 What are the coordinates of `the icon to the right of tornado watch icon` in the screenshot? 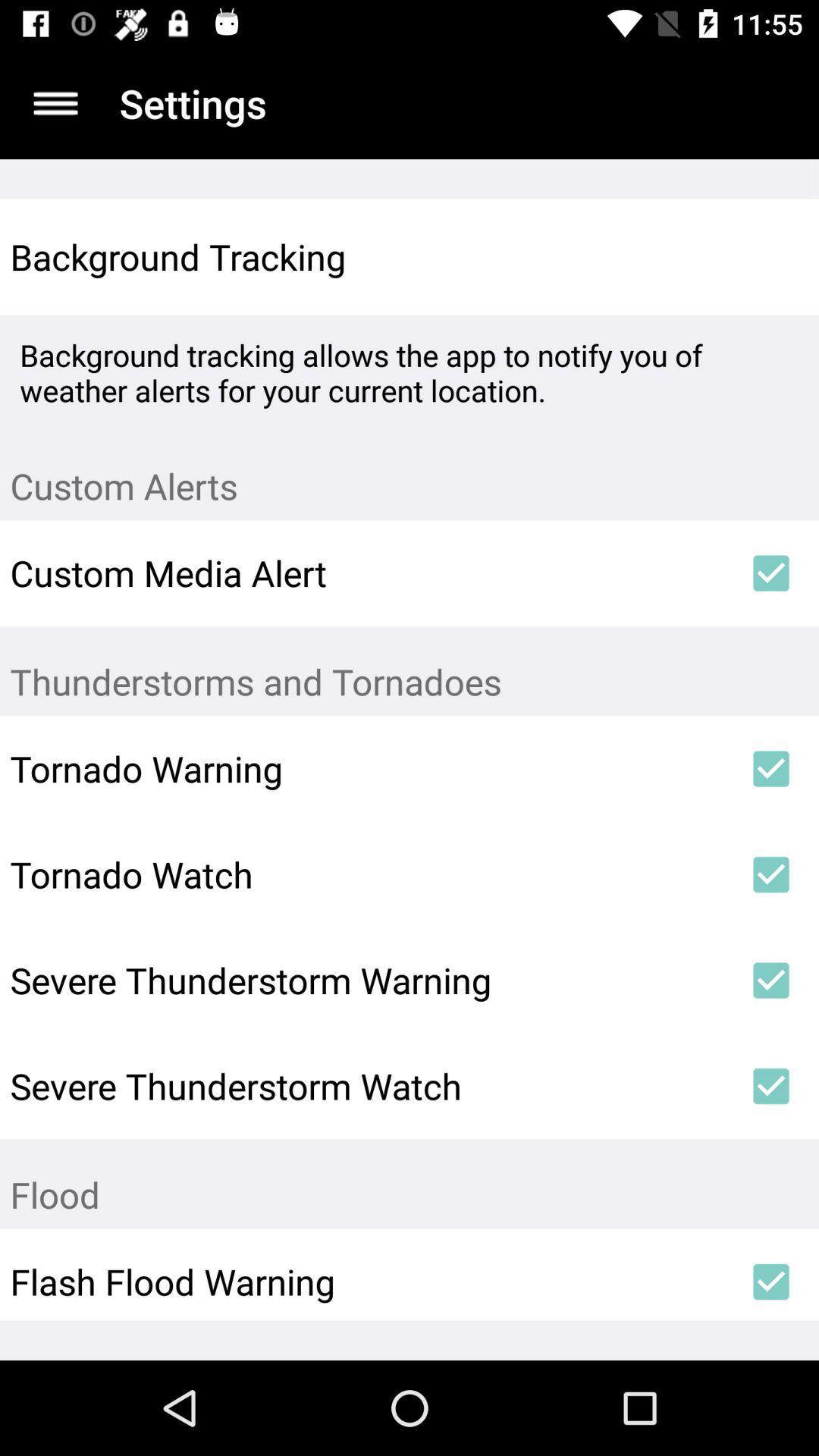 It's located at (771, 874).